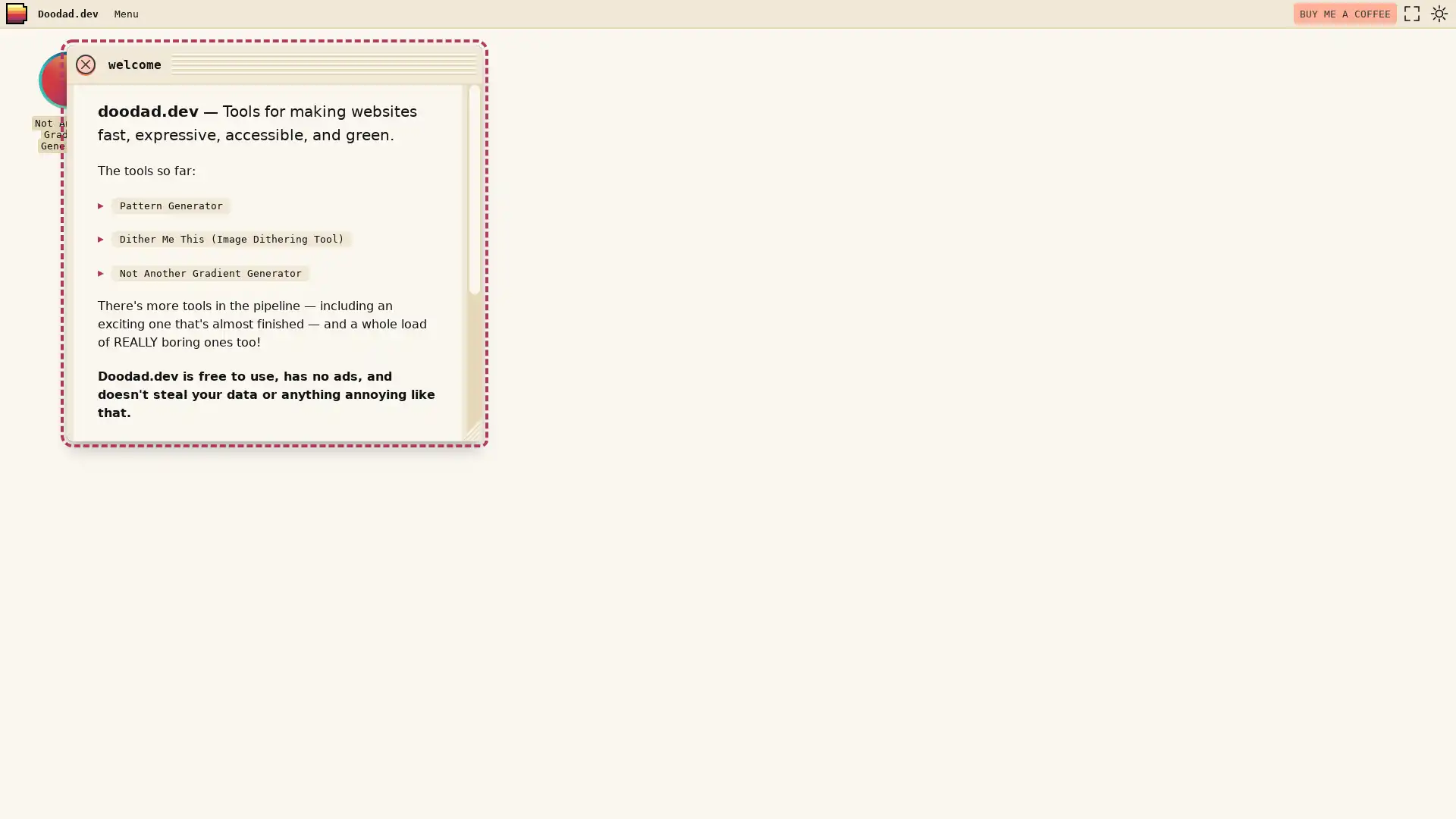 The image size is (1456, 819). Describe the element at coordinates (907, 63) in the screenshot. I see `close window` at that location.